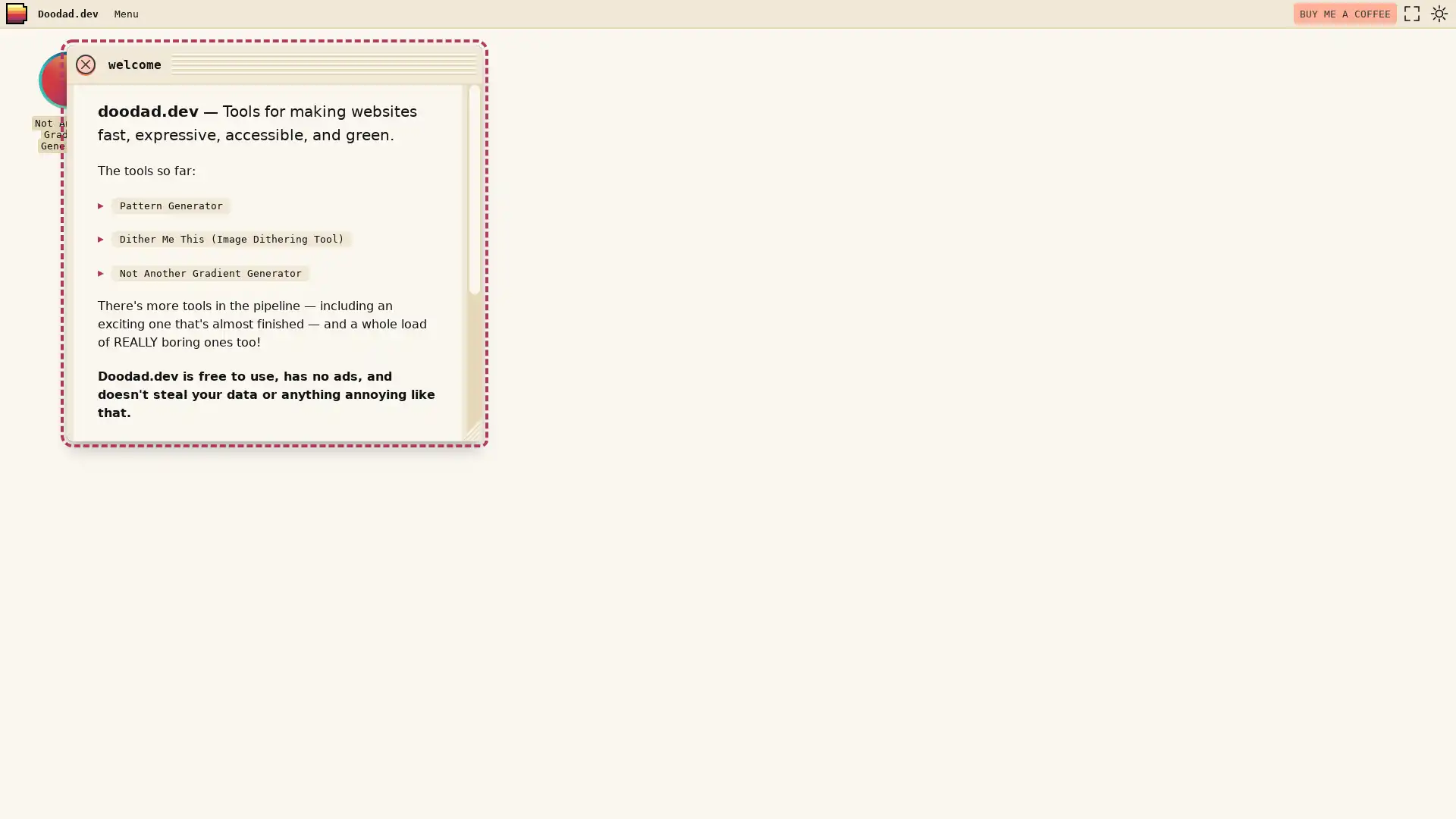 The image size is (1456, 819). Describe the element at coordinates (907, 63) in the screenshot. I see `close window` at that location.